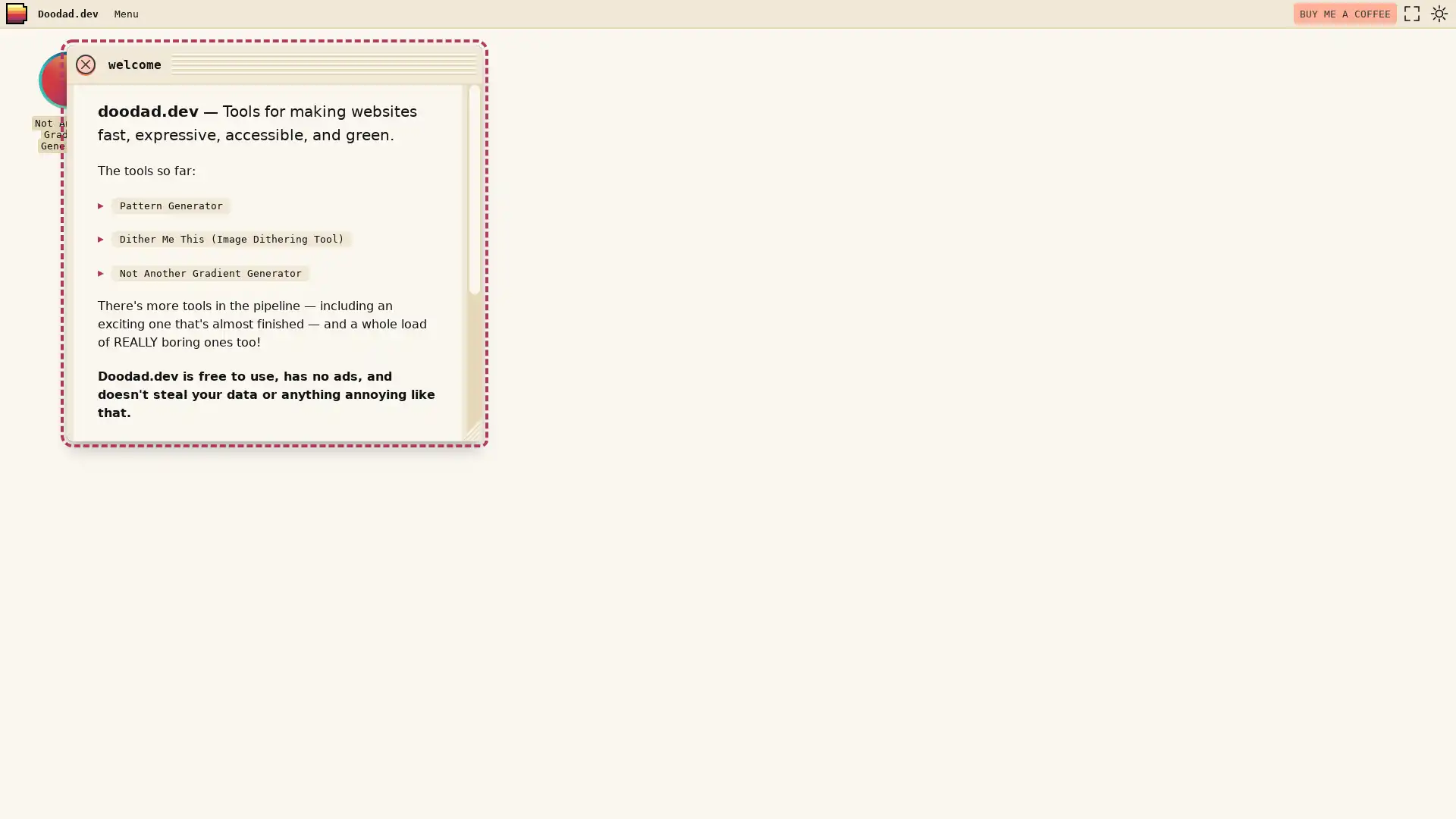 The image size is (1456, 819). Describe the element at coordinates (907, 63) in the screenshot. I see `close window` at that location.